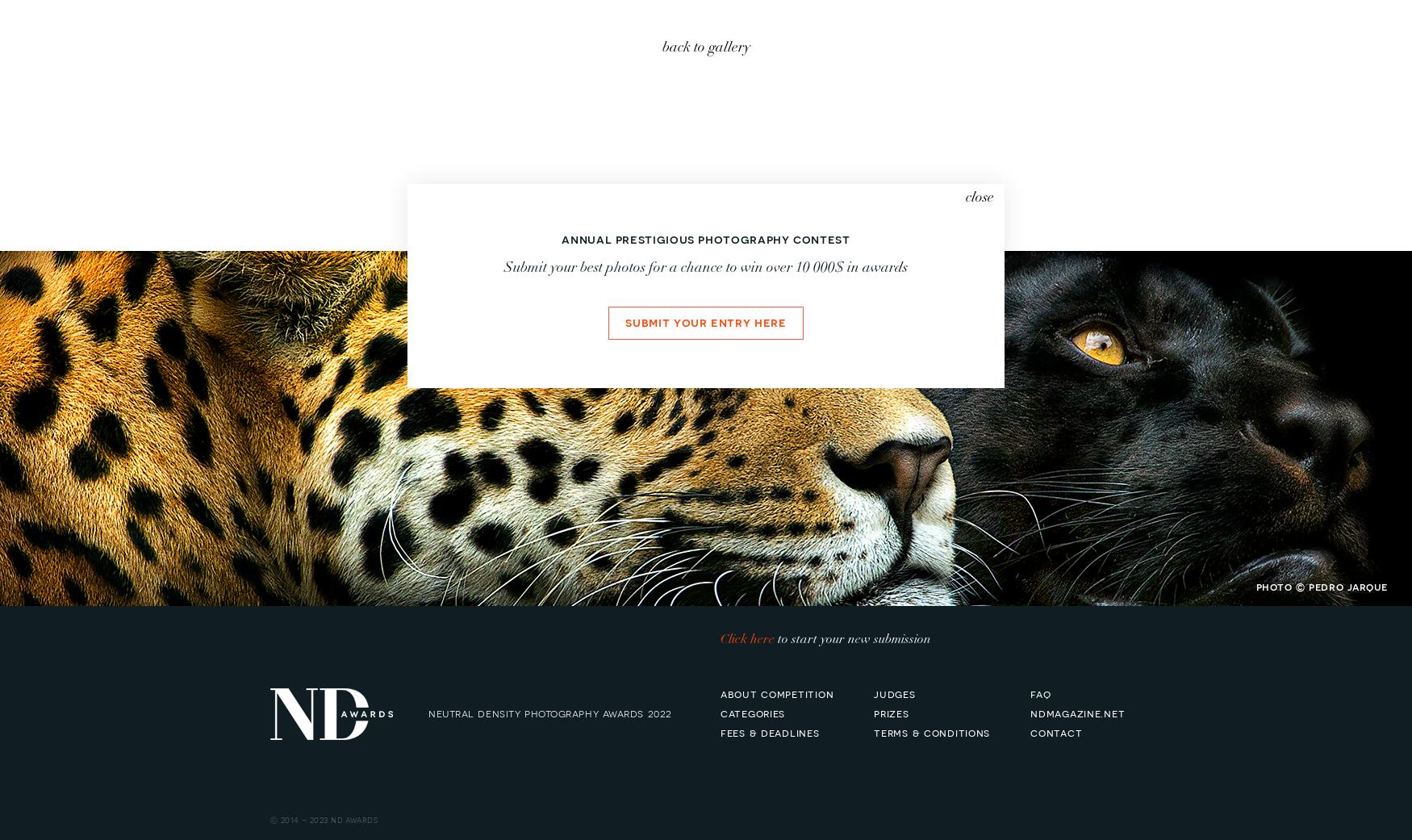 The width and height of the screenshot is (1412, 840). What do you see at coordinates (931, 731) in the screenshot?
I see `'terms & conditions'` at bounding box center [931, 731].